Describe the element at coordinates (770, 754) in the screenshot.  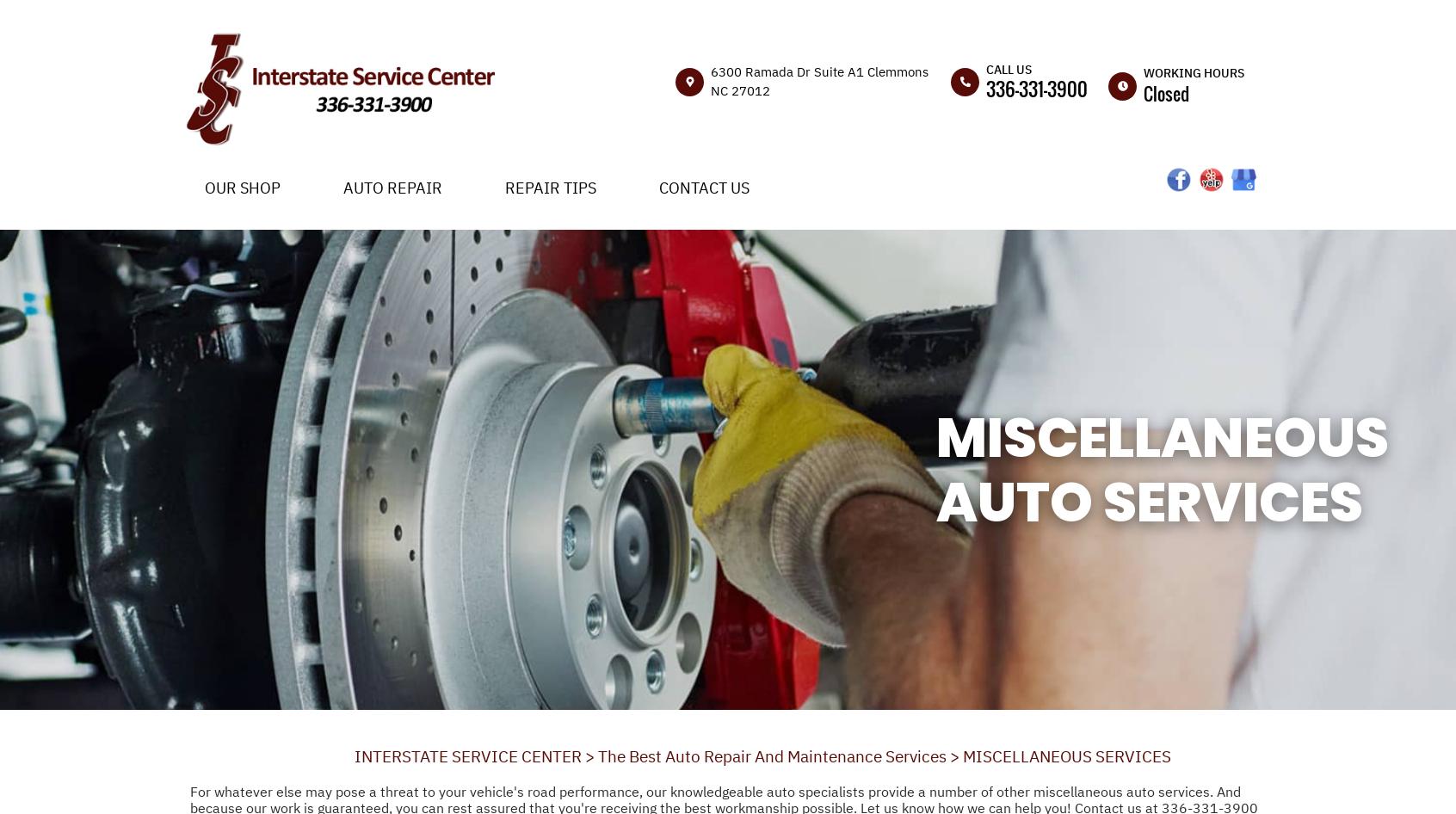
I see `'The Best Auto Repair And Maintenance Services'` at that location.